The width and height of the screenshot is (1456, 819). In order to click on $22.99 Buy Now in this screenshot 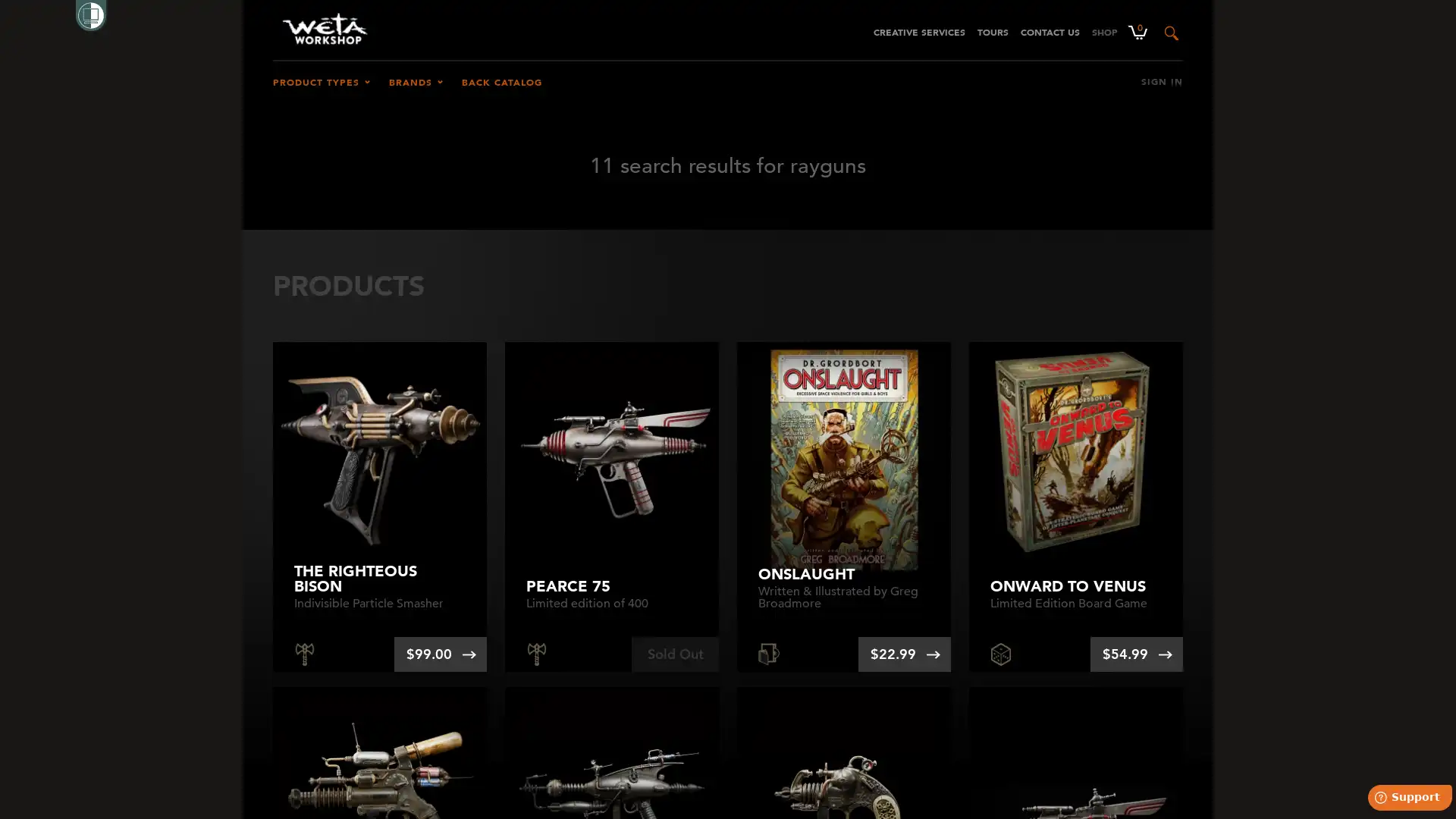, I will do `click(905, 654)`.